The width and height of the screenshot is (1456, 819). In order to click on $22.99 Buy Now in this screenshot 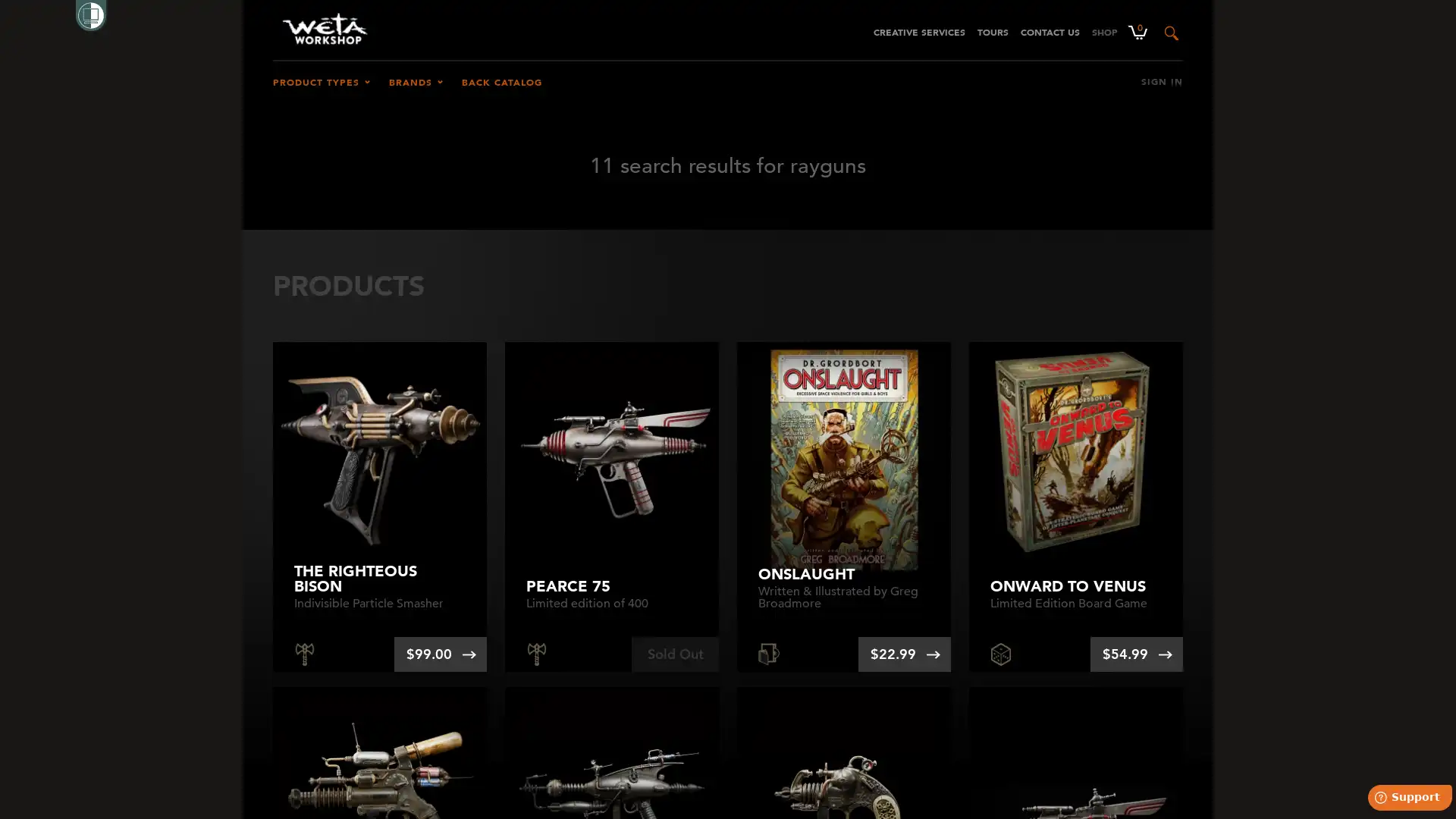, I will do `click(905, 654)`.